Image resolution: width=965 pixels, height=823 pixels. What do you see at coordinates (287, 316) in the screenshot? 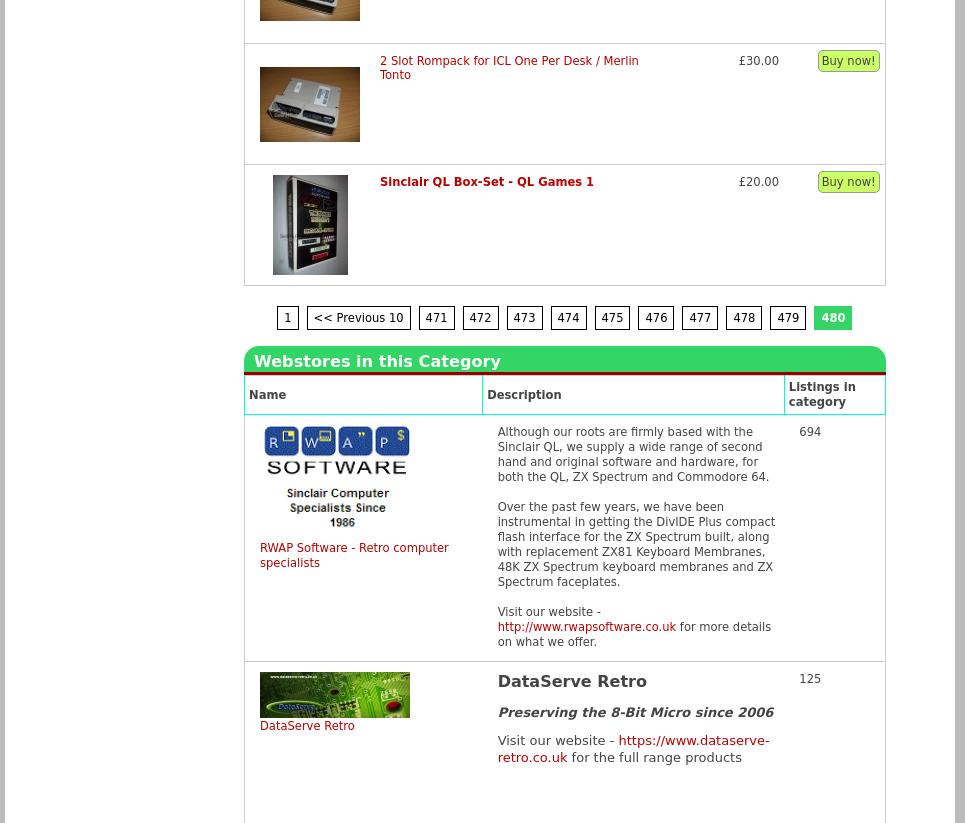
I see `'1'` at bounding box center [287, 316].